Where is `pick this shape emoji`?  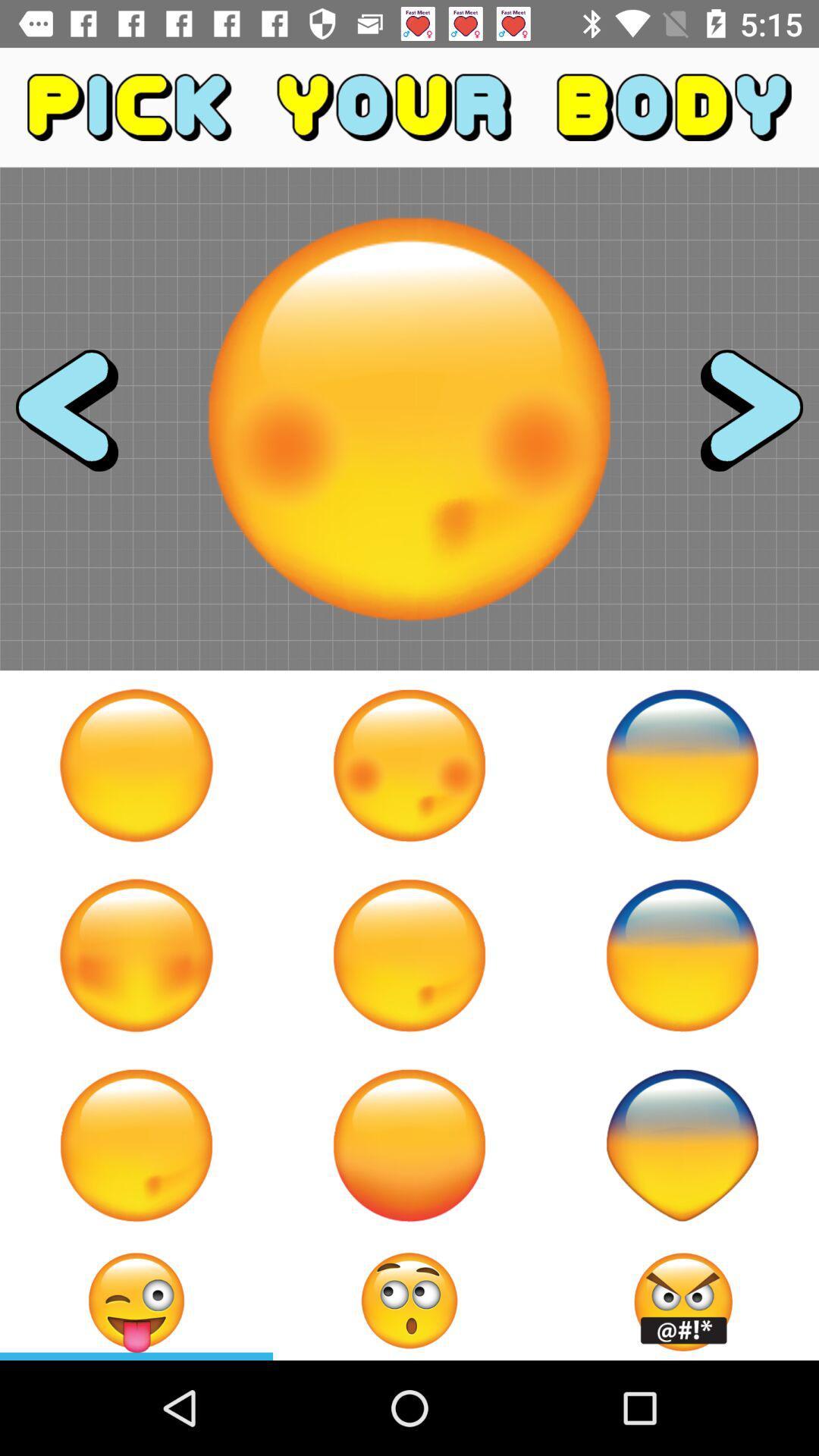
pick this shape emoji is located at coordinates (681, 1145).